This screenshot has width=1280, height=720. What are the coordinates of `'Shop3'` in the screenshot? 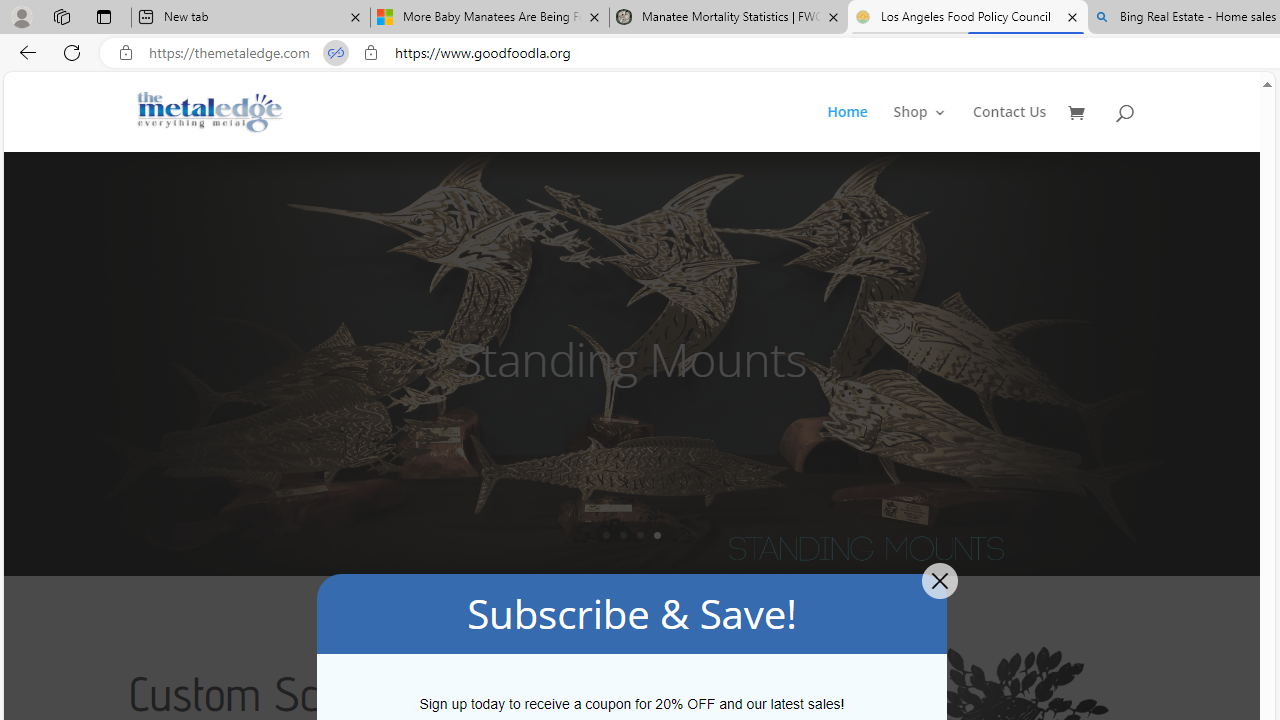 It's located at (930, 128).